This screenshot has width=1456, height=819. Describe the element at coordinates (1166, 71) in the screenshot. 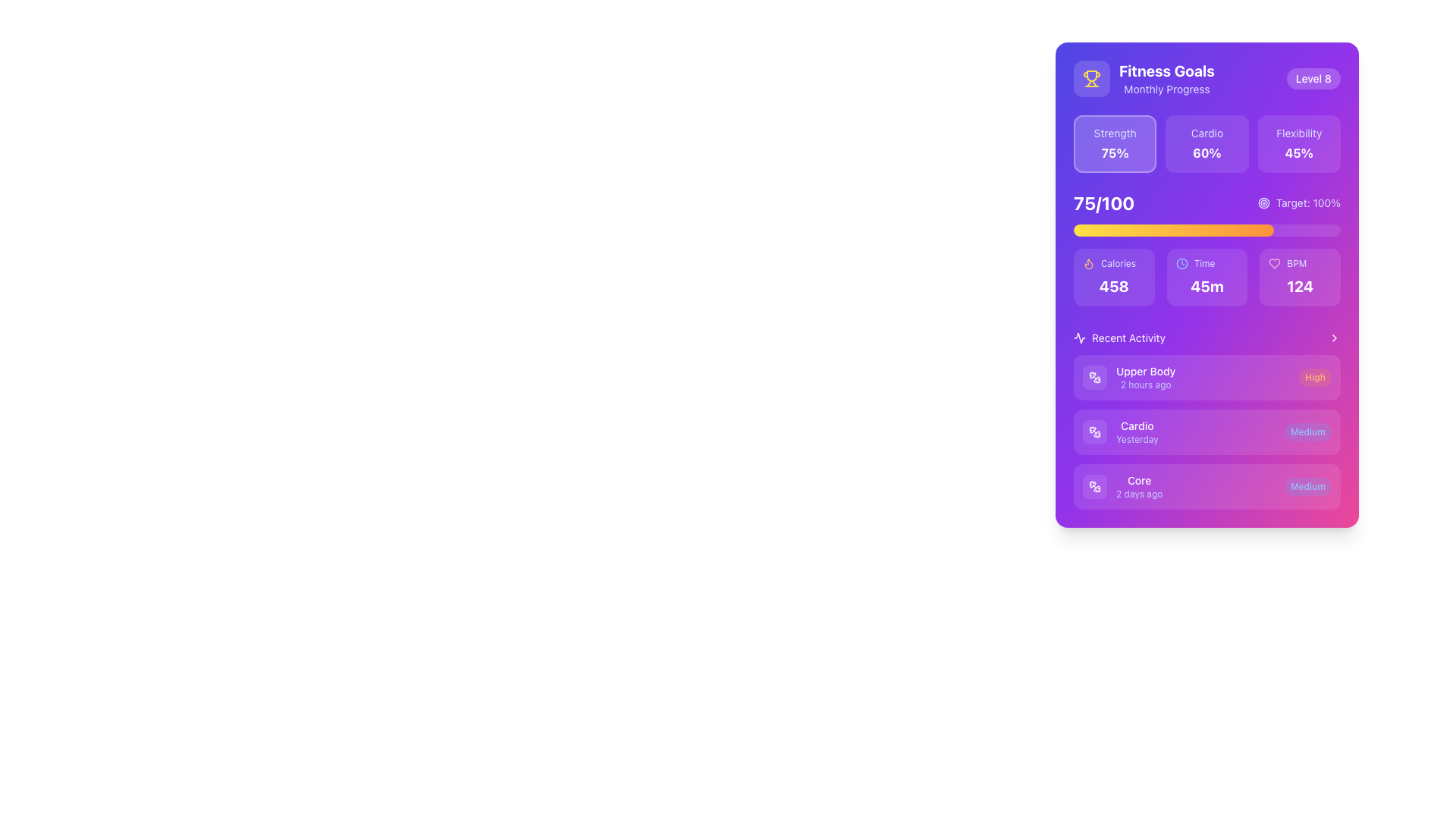

I see `text from the header that introduces the fitness goals card, located at the top-center of the card interface` at that location.